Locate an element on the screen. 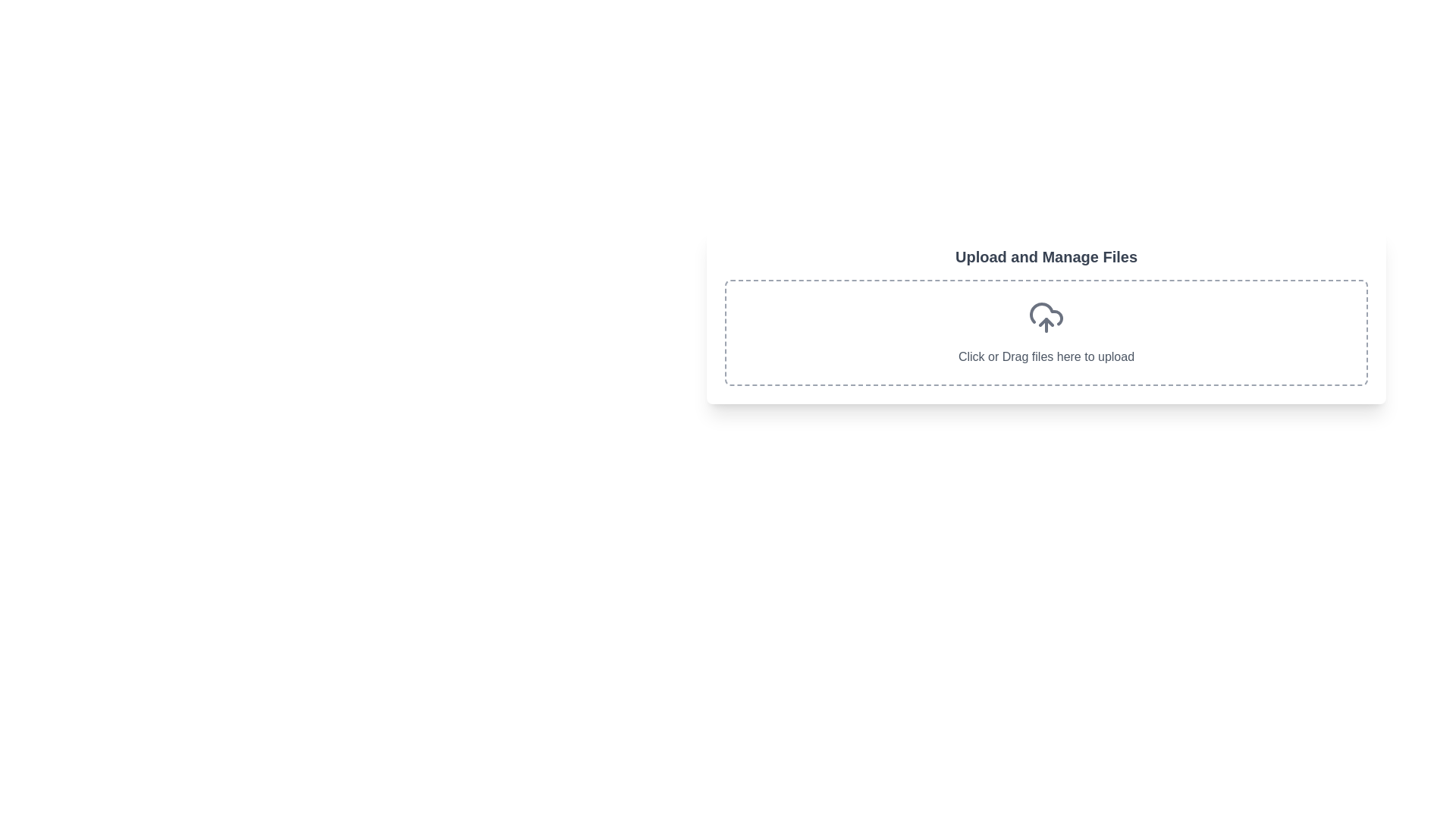 The image size is (1456, 819). the file upload input area titled 'Upload and Manage Files' is located at coordinates (1046, 315).